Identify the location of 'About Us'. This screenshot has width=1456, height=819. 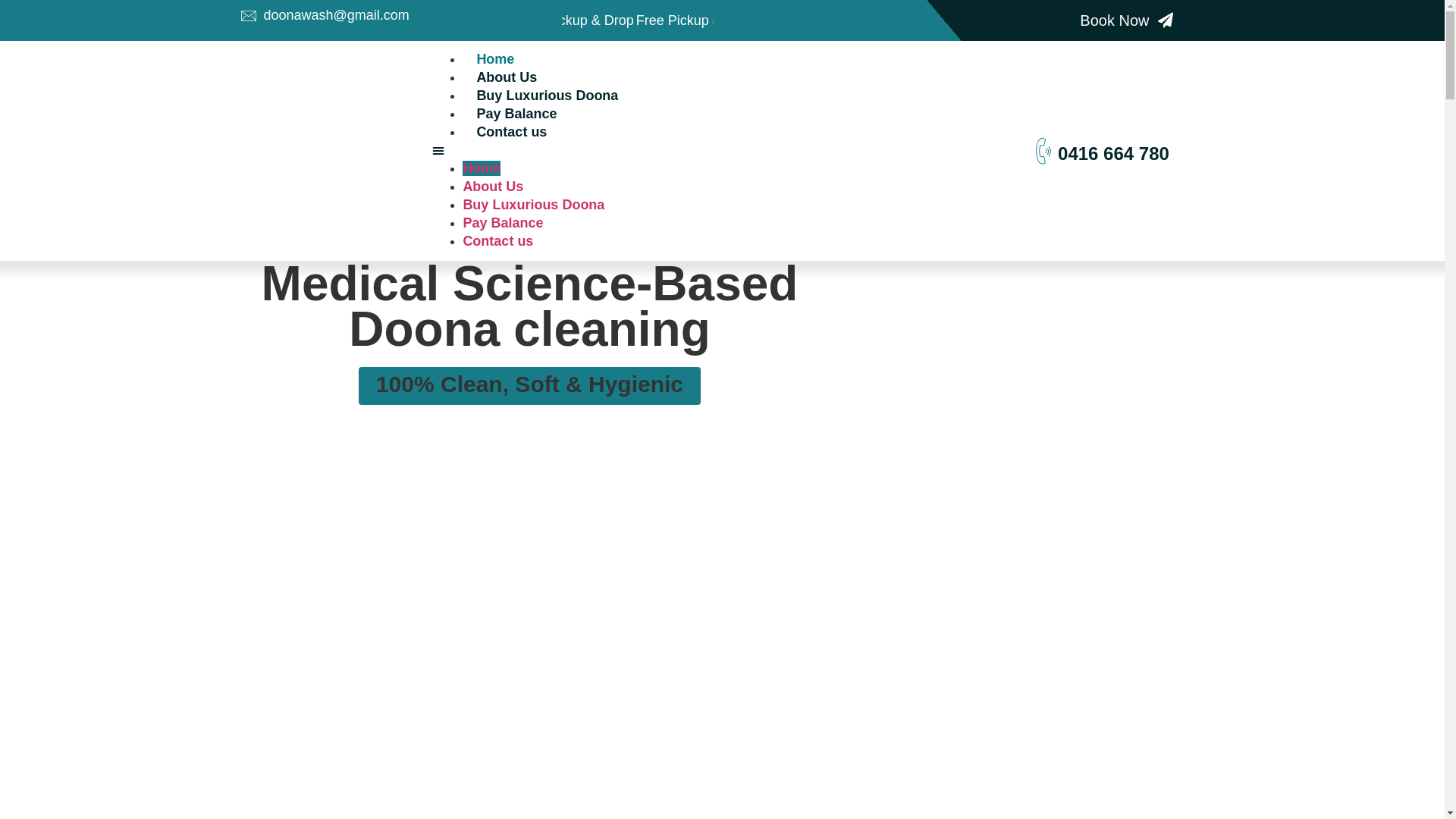
(492, 186).